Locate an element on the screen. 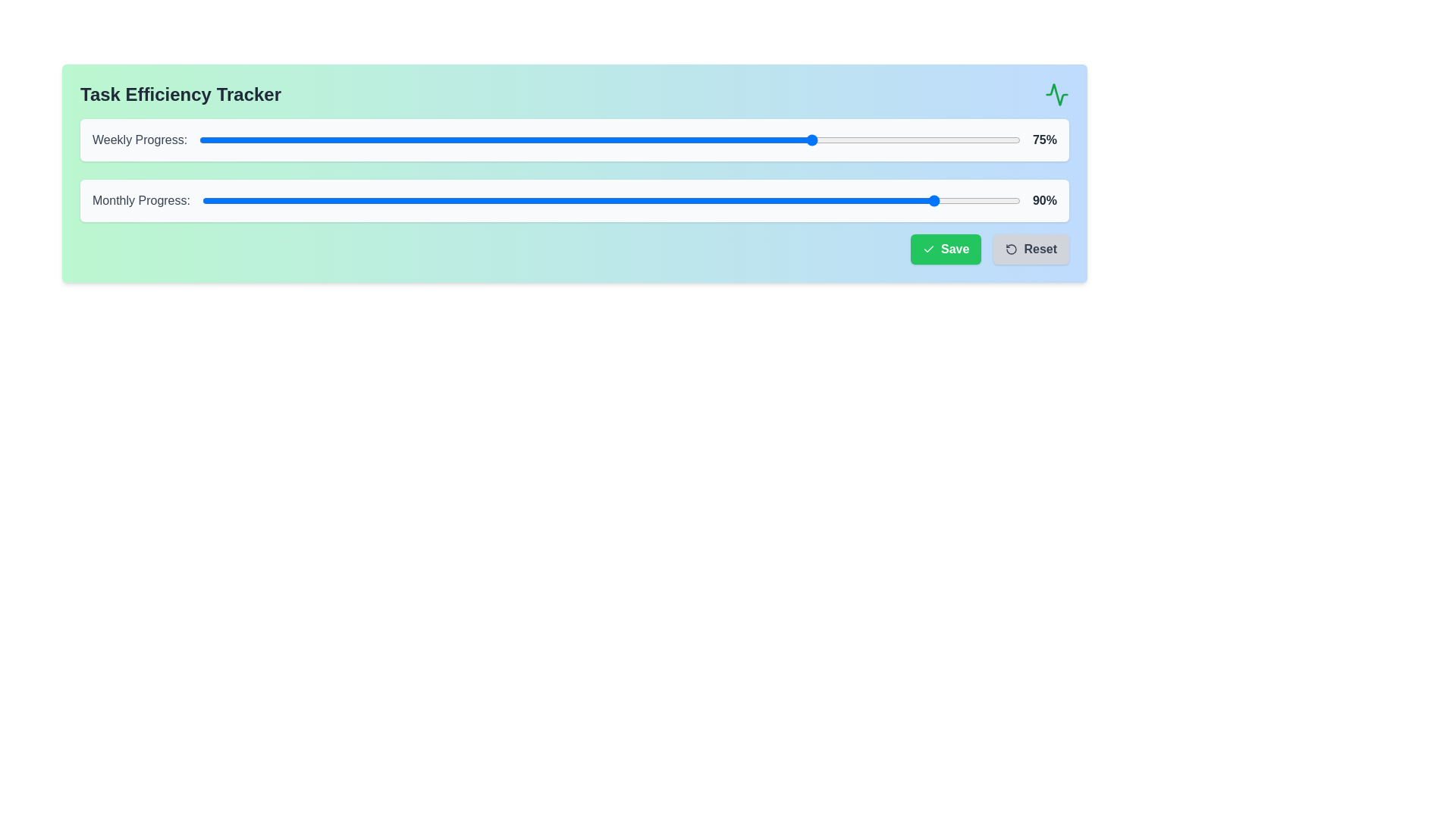  the Weekly Progress slider to 57% is located at coordinates (667, 140).